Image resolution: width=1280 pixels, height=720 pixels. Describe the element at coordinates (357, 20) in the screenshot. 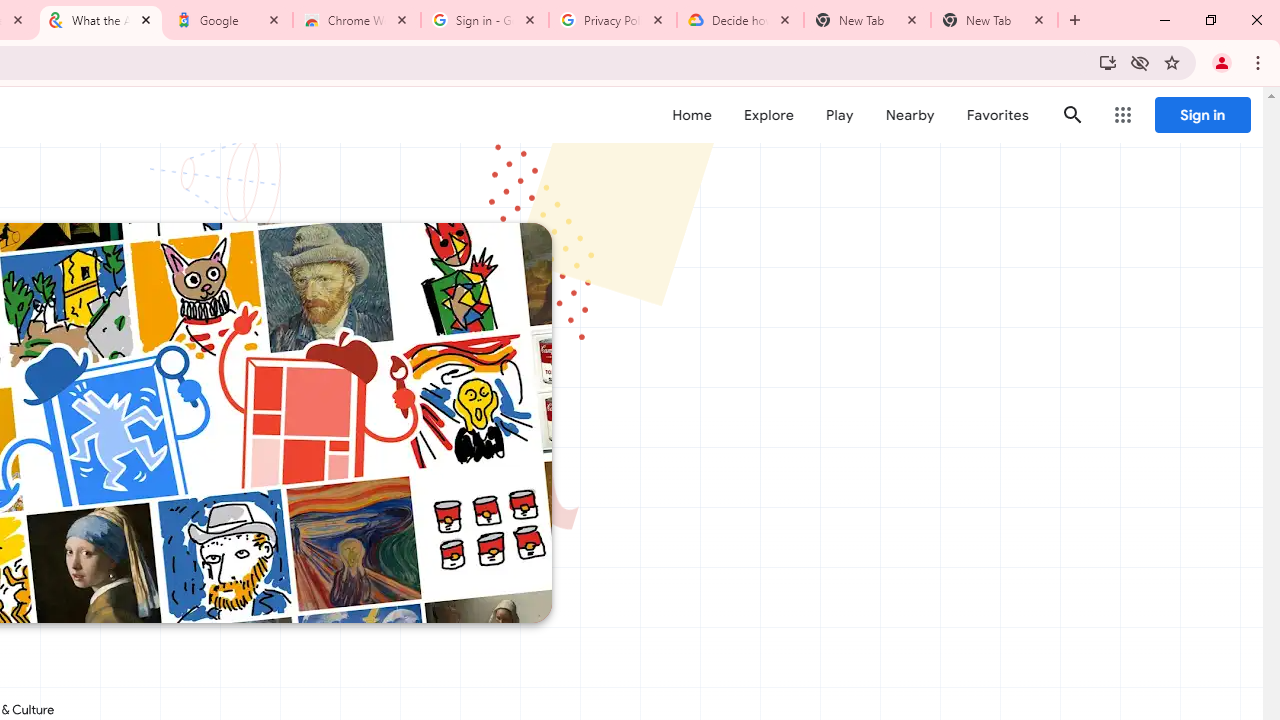

I see `'Chrome Web Store - Color themes by Chrome'` at that location.